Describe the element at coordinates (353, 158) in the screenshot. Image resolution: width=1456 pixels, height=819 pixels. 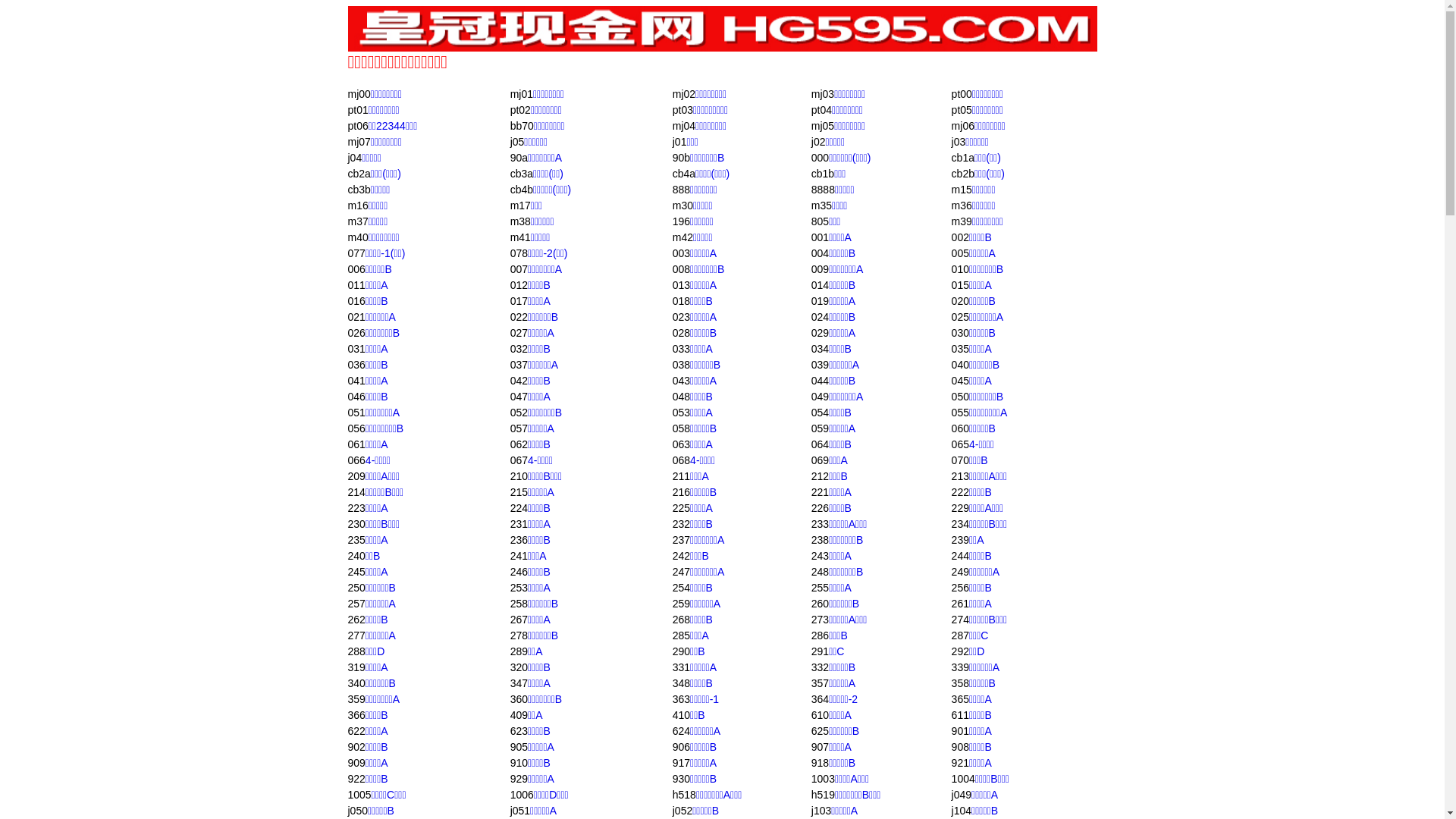
I see `'j04'` at that location.